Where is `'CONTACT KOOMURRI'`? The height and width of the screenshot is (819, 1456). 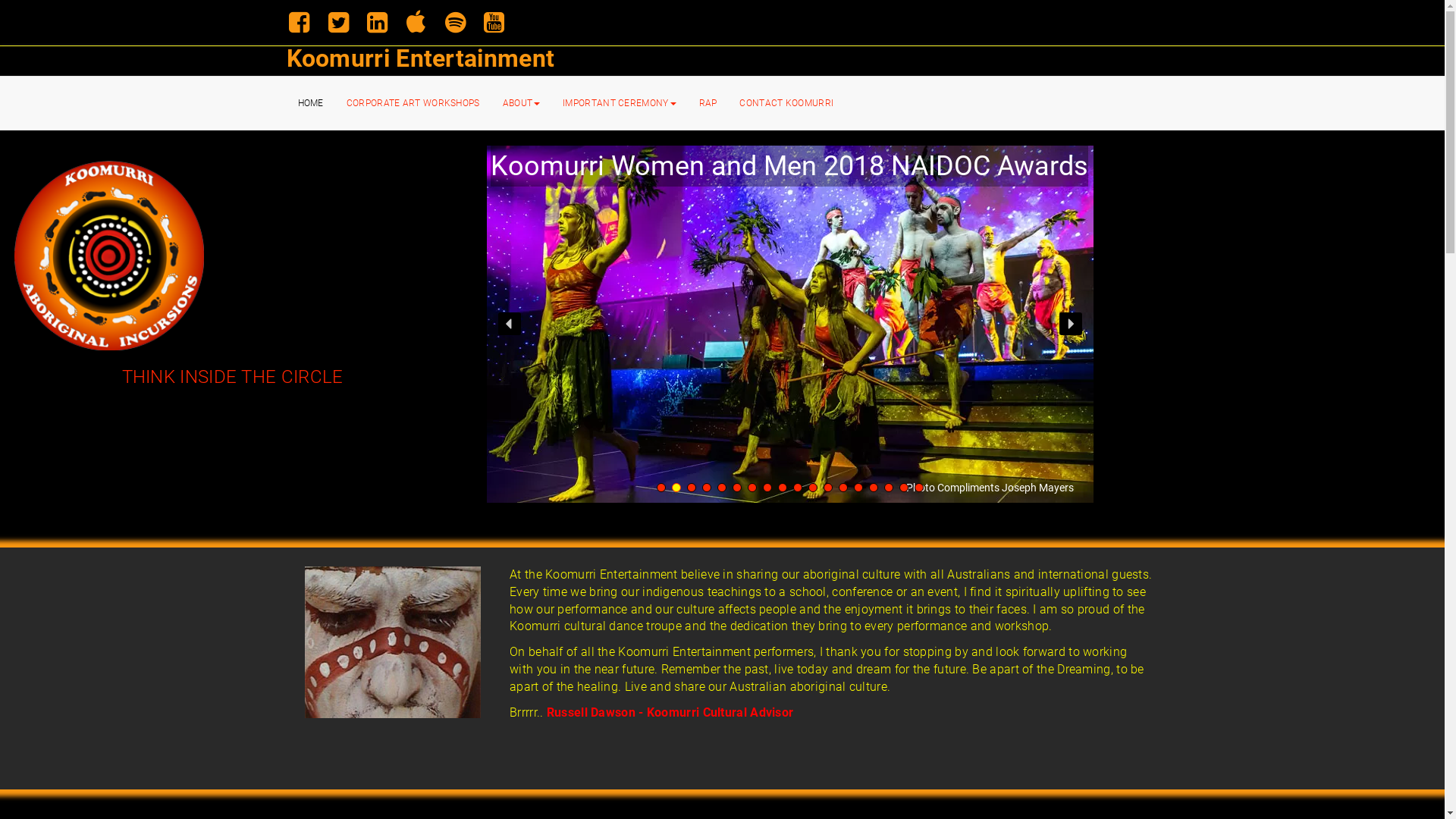 'CONTACT KOOMURRI' is located at coordinates (786, 102).